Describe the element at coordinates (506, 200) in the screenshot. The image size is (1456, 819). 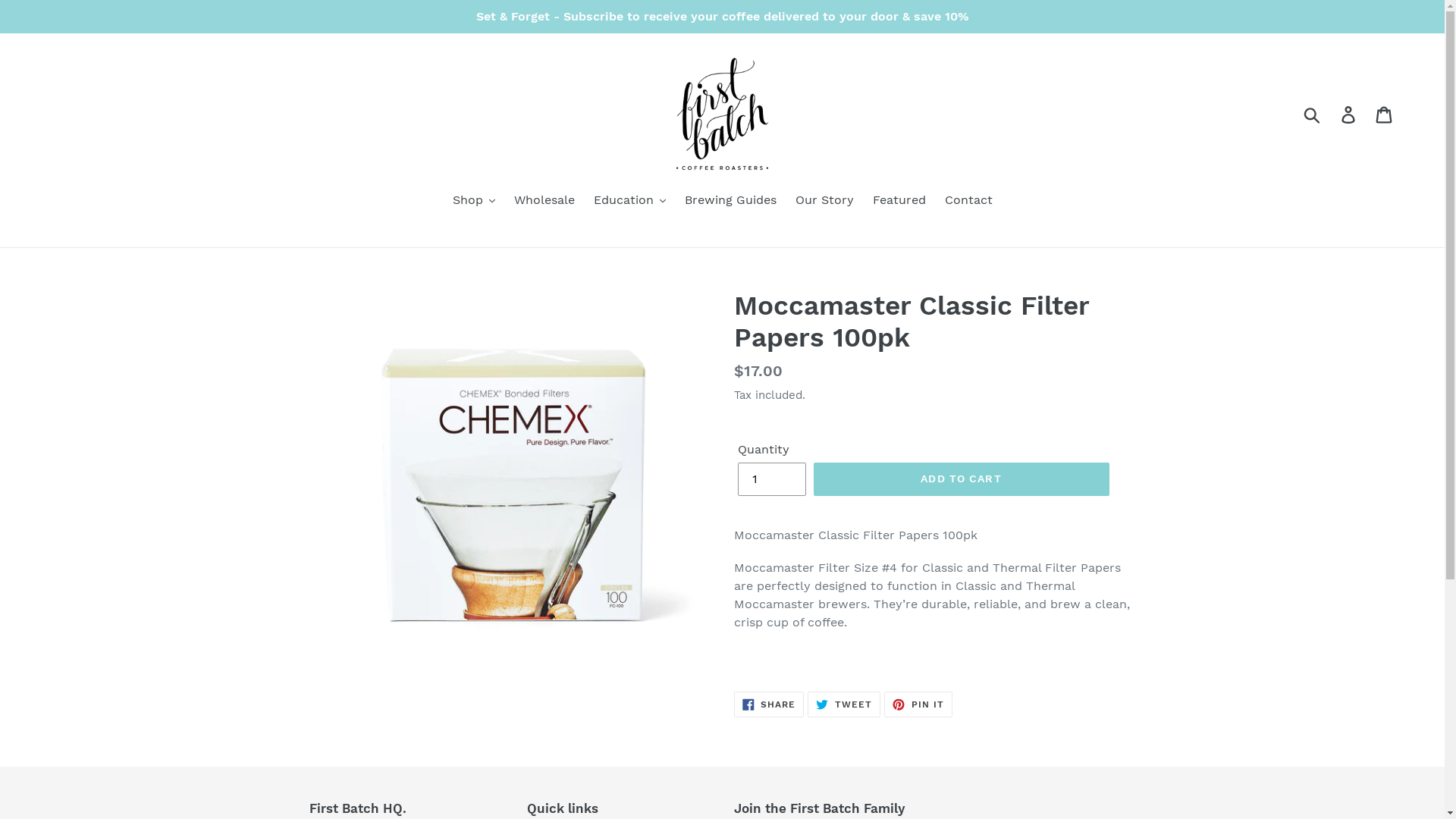
I see `'Wholesale'` at that location.